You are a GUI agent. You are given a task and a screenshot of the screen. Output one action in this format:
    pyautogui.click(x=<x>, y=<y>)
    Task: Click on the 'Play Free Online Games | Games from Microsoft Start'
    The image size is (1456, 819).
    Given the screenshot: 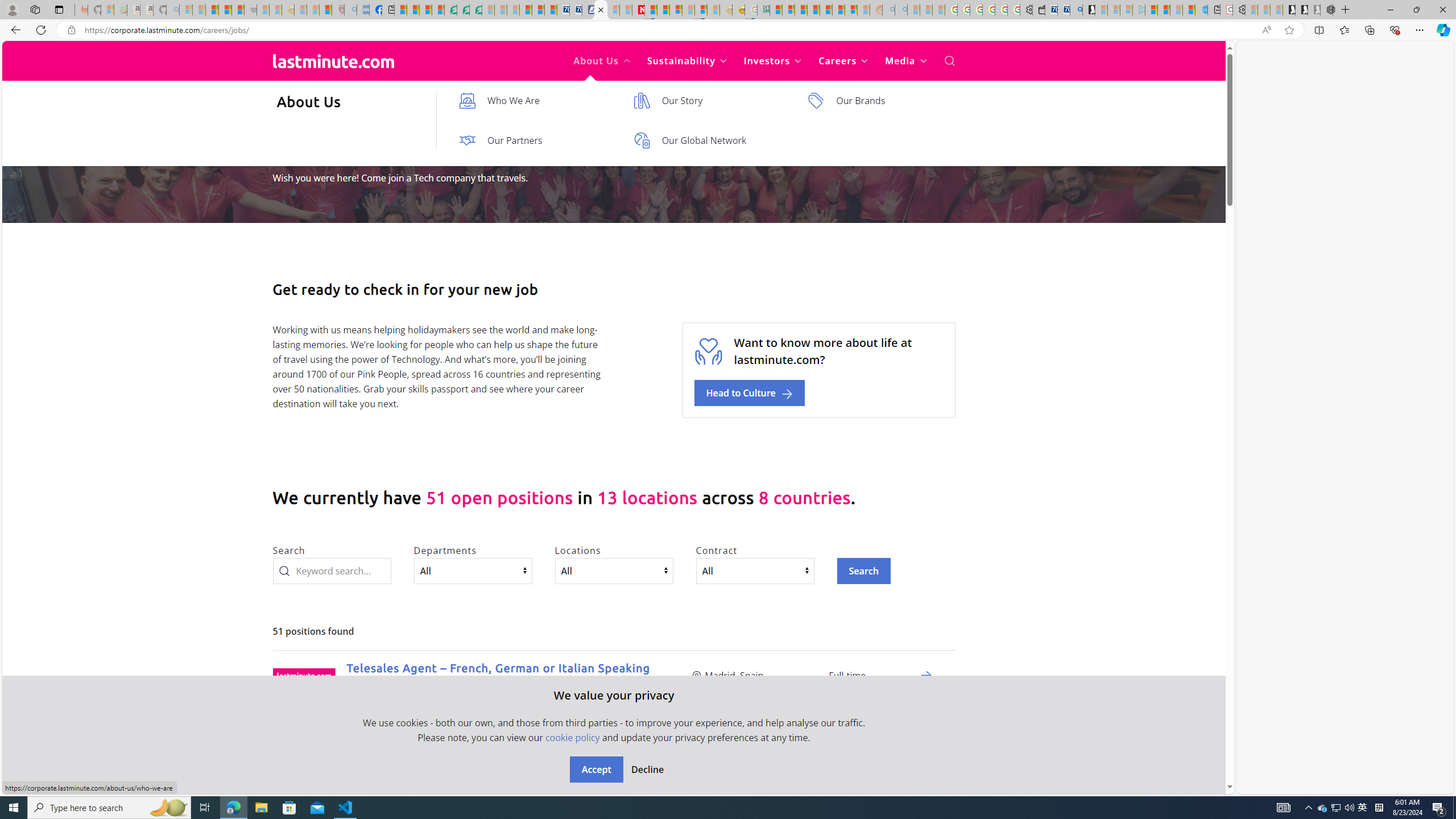 What is the action you would take?
    pyautogui.click(x=1289, y=9)
    